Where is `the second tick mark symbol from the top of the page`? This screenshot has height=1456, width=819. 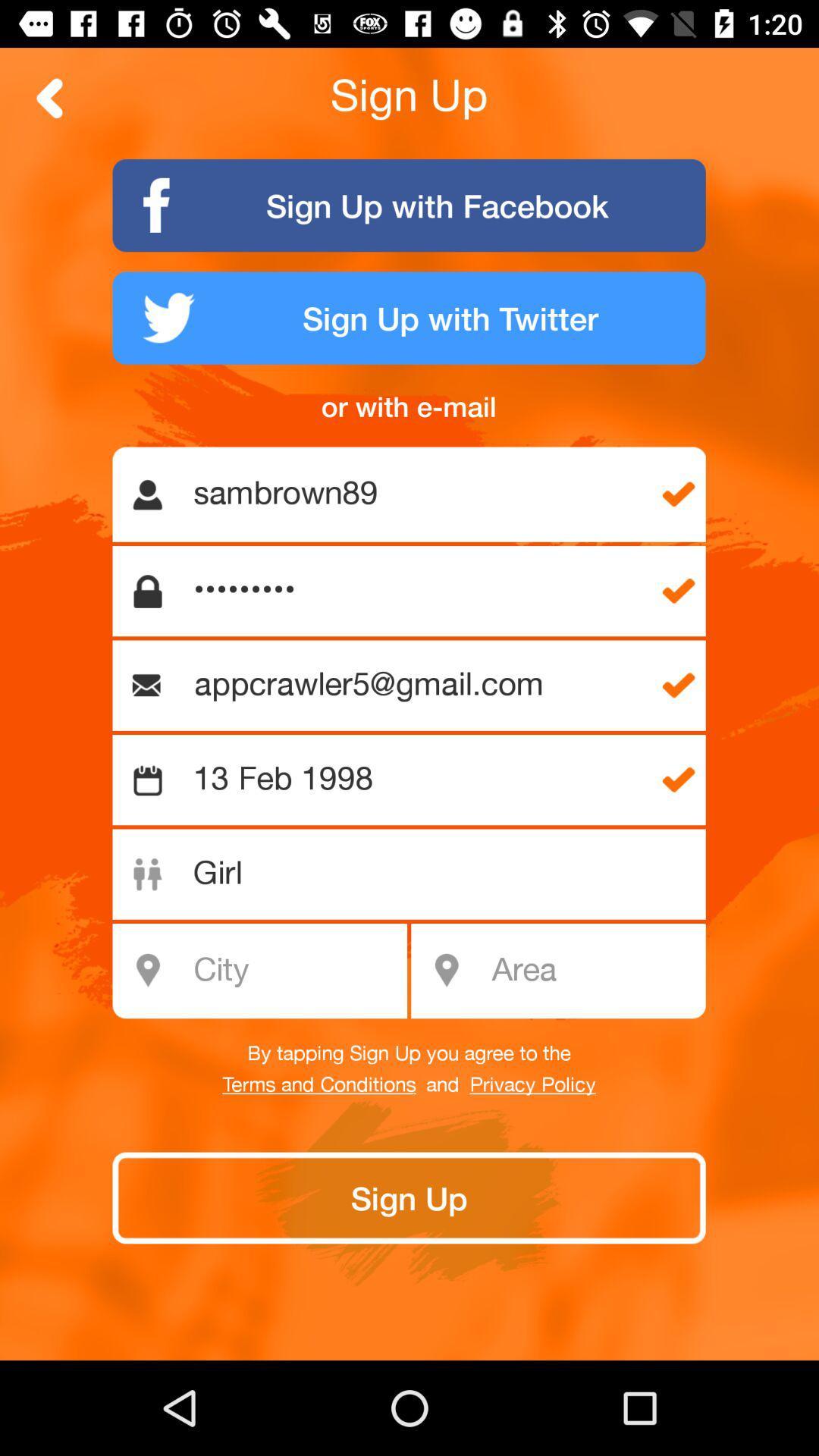
the second tick mark symbol from the top of the page is located at coordinates (678, 590).